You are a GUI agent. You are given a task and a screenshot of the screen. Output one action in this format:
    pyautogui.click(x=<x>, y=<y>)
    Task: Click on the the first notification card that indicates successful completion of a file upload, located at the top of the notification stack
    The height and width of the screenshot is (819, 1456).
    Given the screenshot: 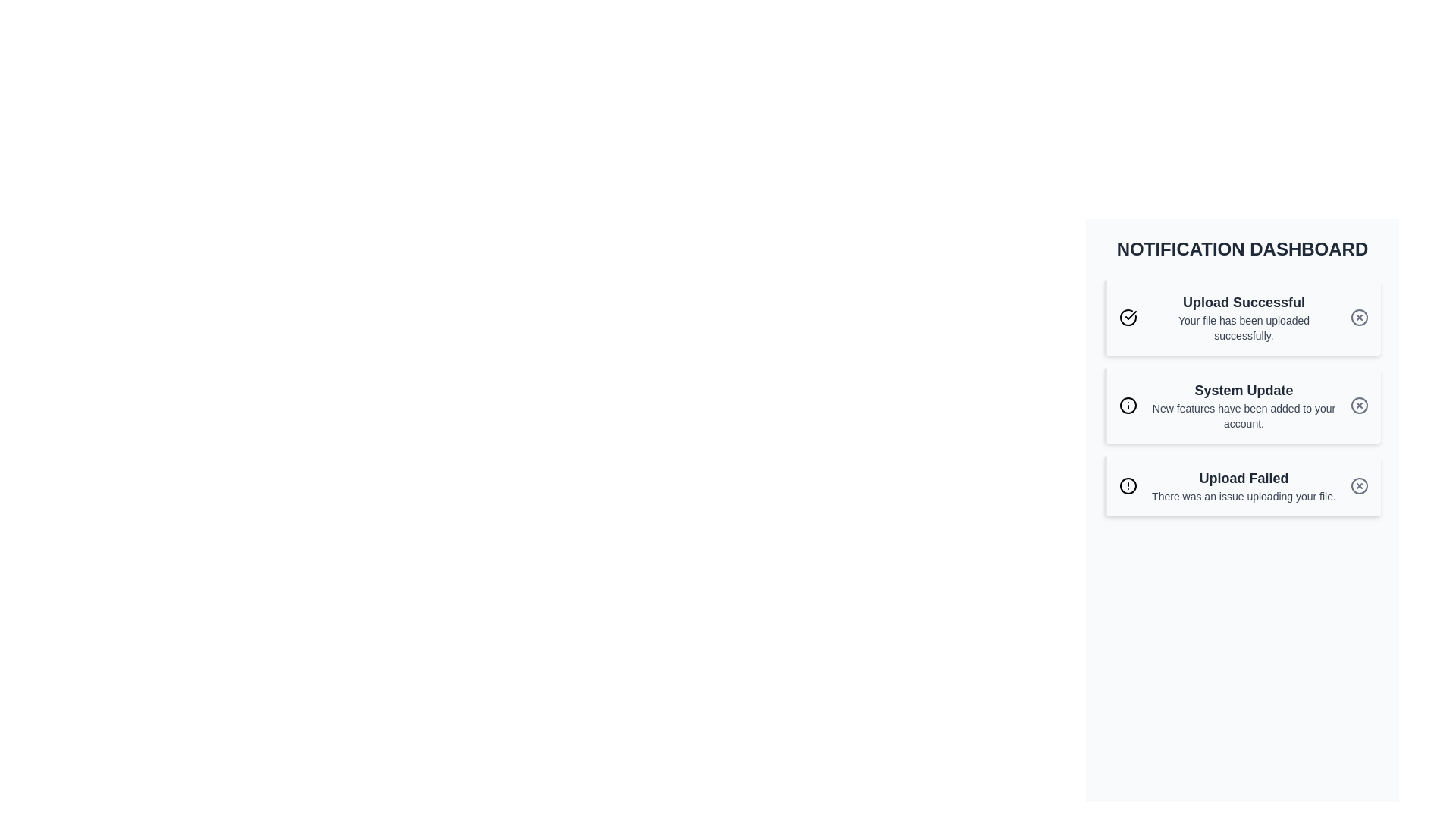 What is the action you would take?
    pyautogui.click(x=1242, y=317)
    